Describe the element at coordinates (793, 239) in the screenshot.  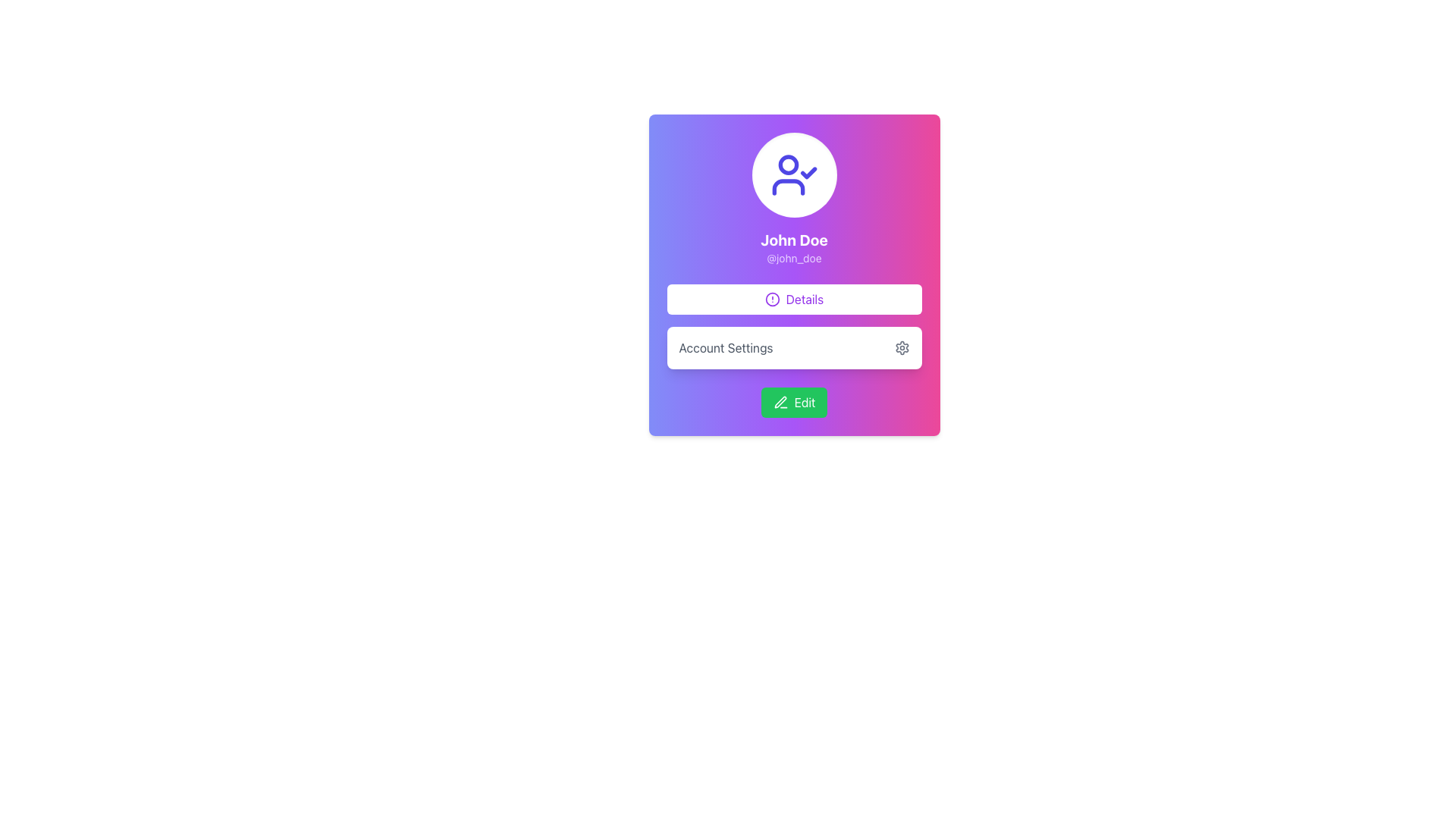
I see `the bold text label displaying 'John Doe' in white color, which is positioned above the username '@john_doe' within a colored gradient card interface` at that location.